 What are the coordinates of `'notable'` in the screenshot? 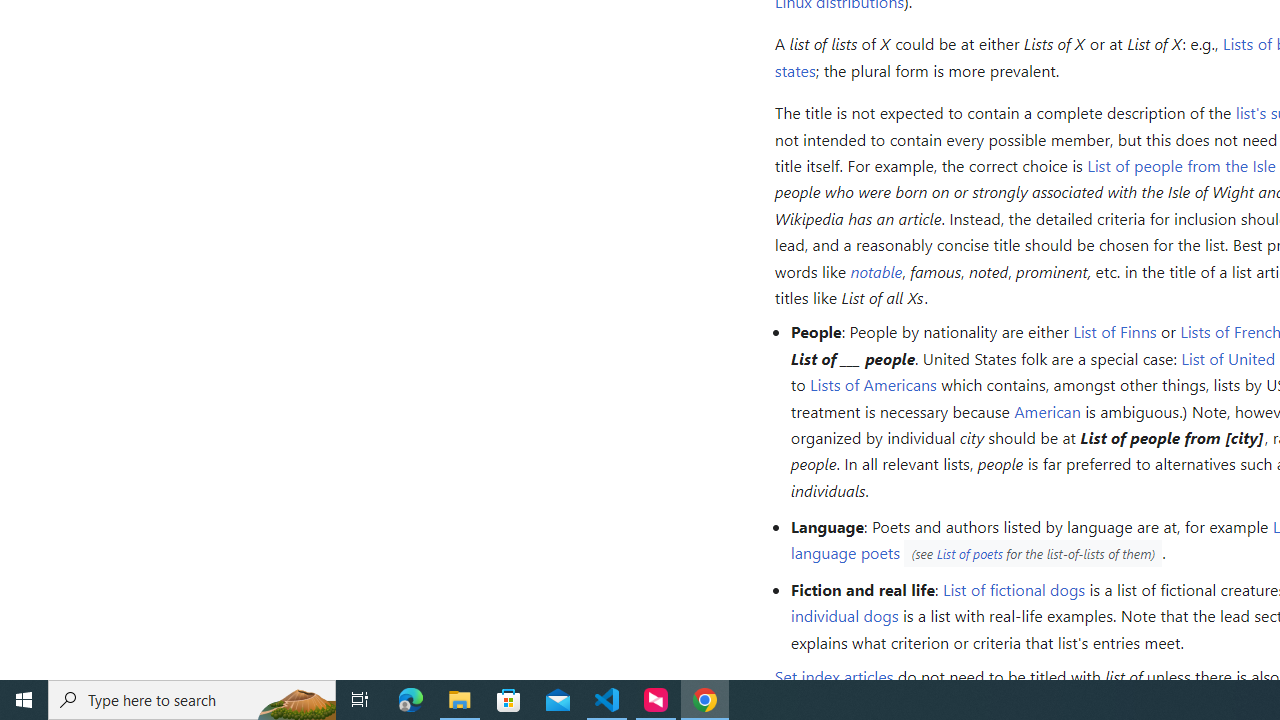 It's located at (876, 271).